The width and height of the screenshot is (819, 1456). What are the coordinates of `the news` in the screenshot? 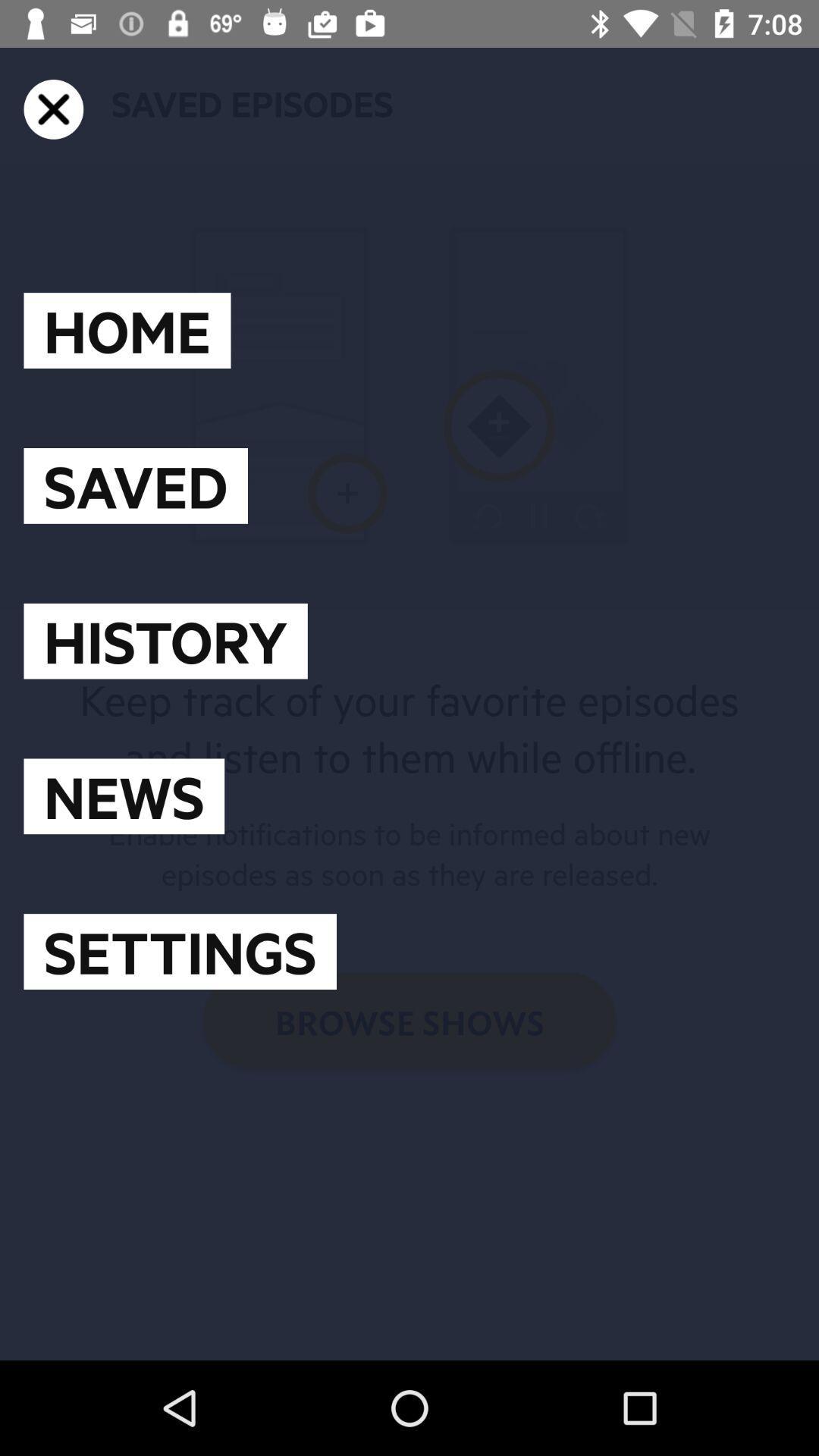 It's located at (123, 795).